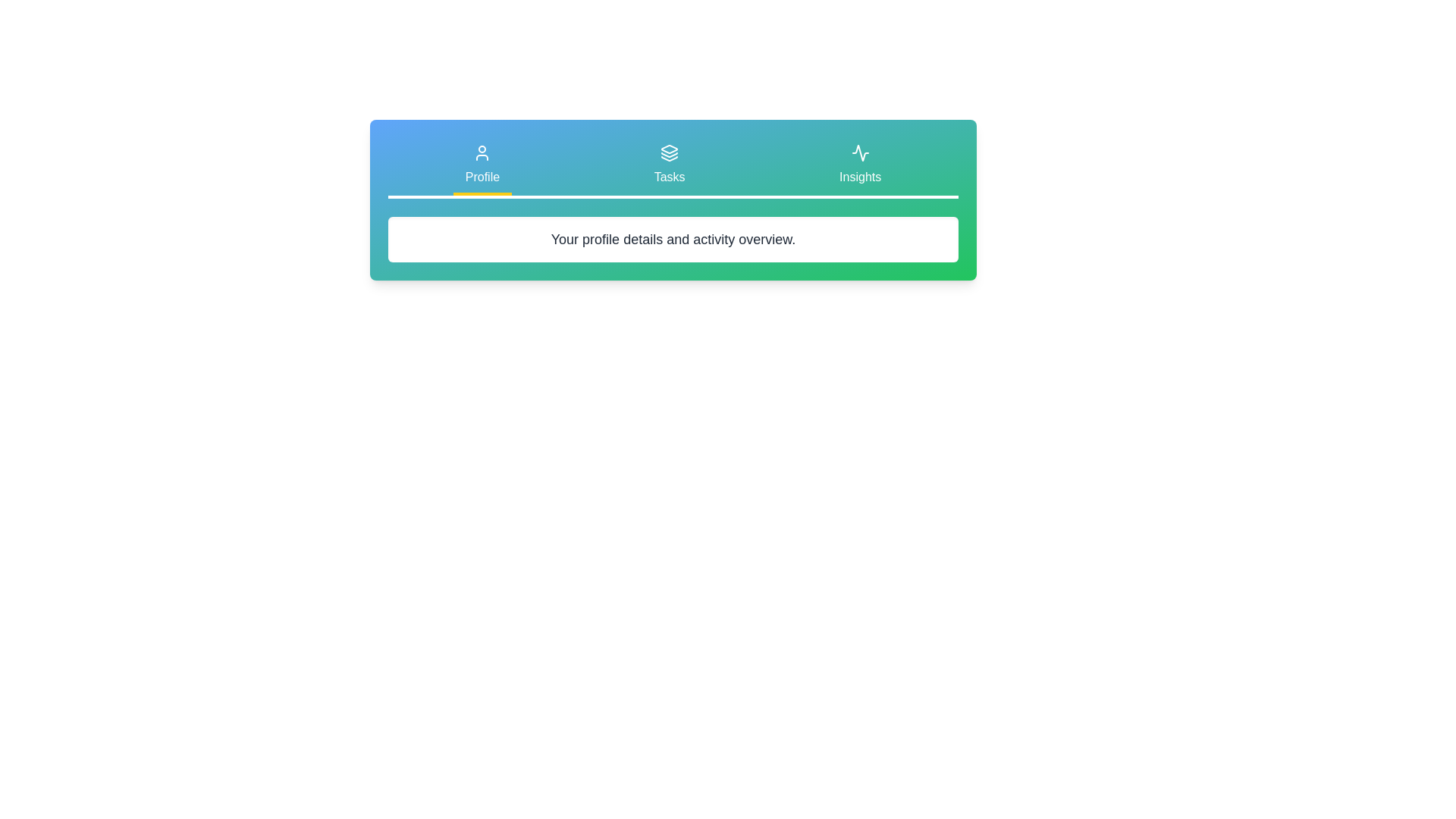 This screenshot has height=819, width=1456. Describe the element at coordinates (860, 166) in the screenshot. I see `the tab labeled 'Insights' to inspect its visual design` at that location.